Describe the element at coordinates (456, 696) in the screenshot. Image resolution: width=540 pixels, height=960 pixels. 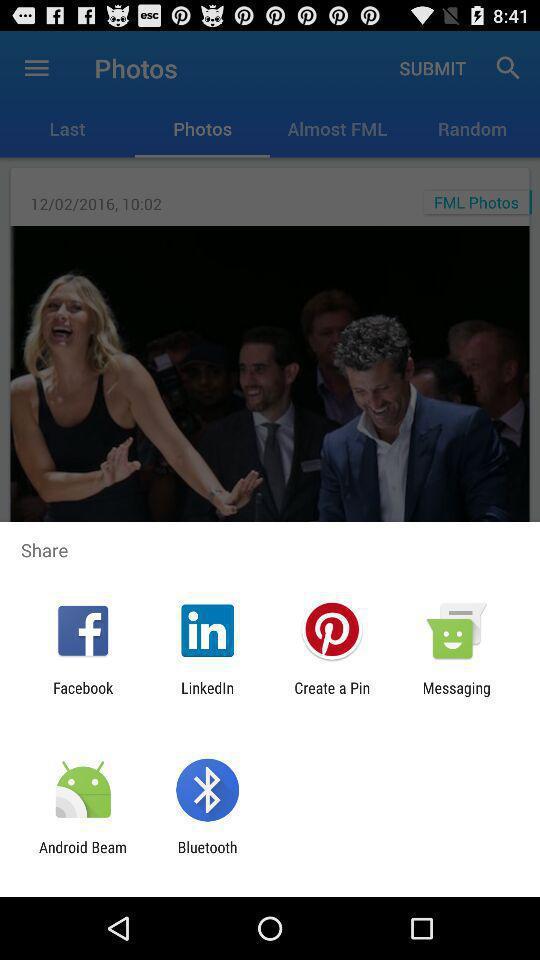
I see `app at the bottom right corner` at that location.